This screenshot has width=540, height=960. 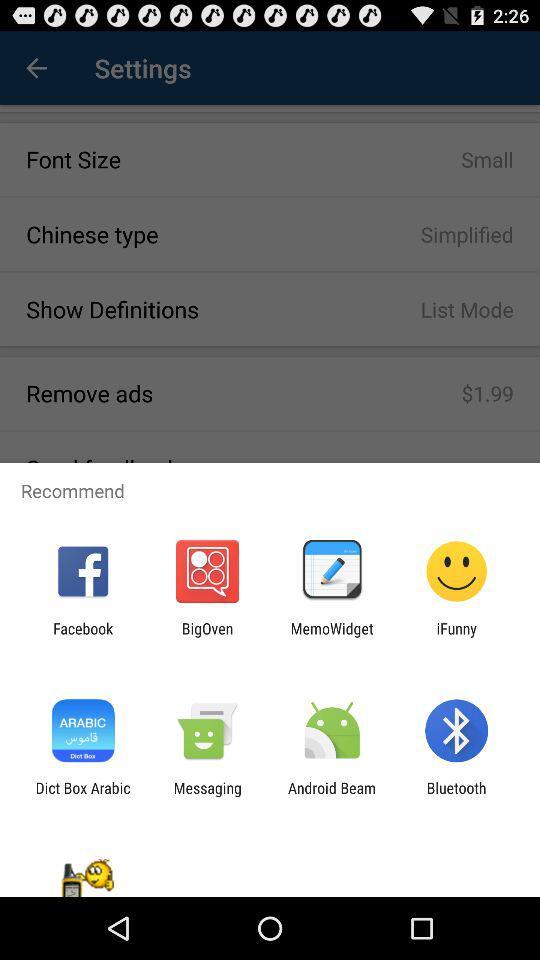 I want to click on app to the left of the bluetooth item, so click(x=332, y=796).